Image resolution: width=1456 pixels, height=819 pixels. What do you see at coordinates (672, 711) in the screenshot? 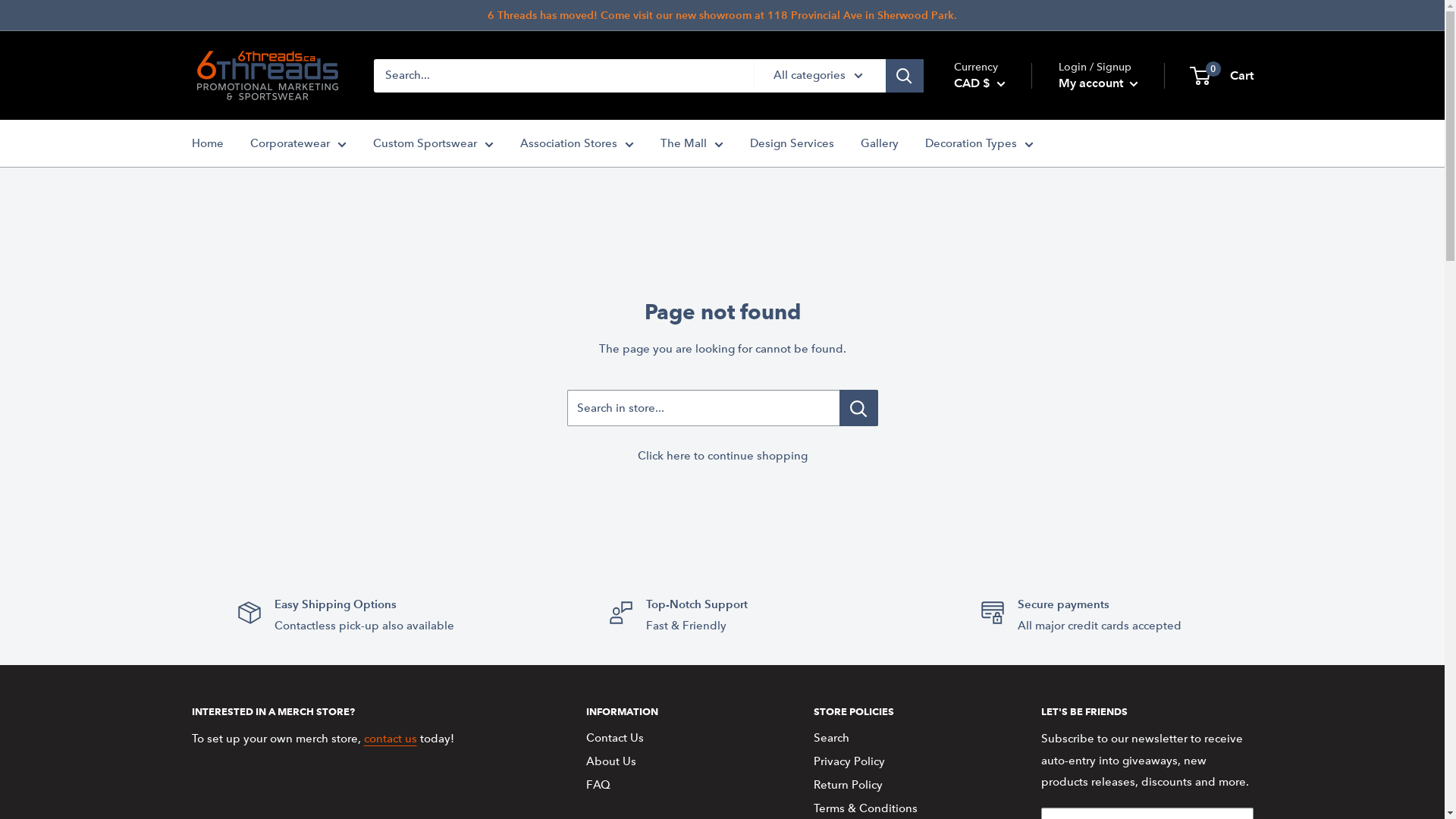
I see `'INFORMATION'` at bounding box center [672, 711].